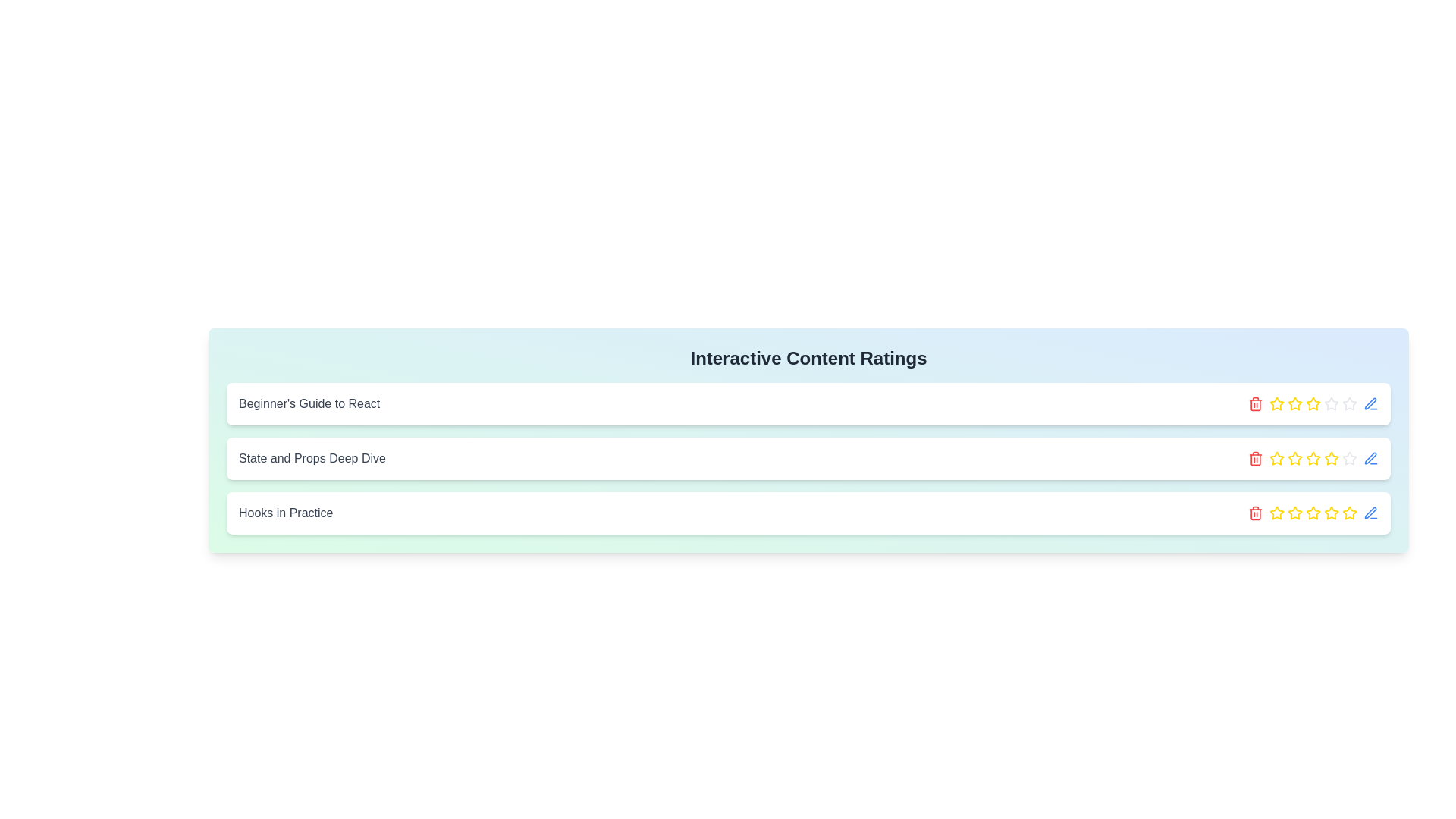 Image resolution: width=1456 pixels, height=819 pixels. Describe the element at coordinates (1256, 403) in the screenshot. I see `the red trash can icon on the leftmost side of the button group to initiate the delete action` at that location.